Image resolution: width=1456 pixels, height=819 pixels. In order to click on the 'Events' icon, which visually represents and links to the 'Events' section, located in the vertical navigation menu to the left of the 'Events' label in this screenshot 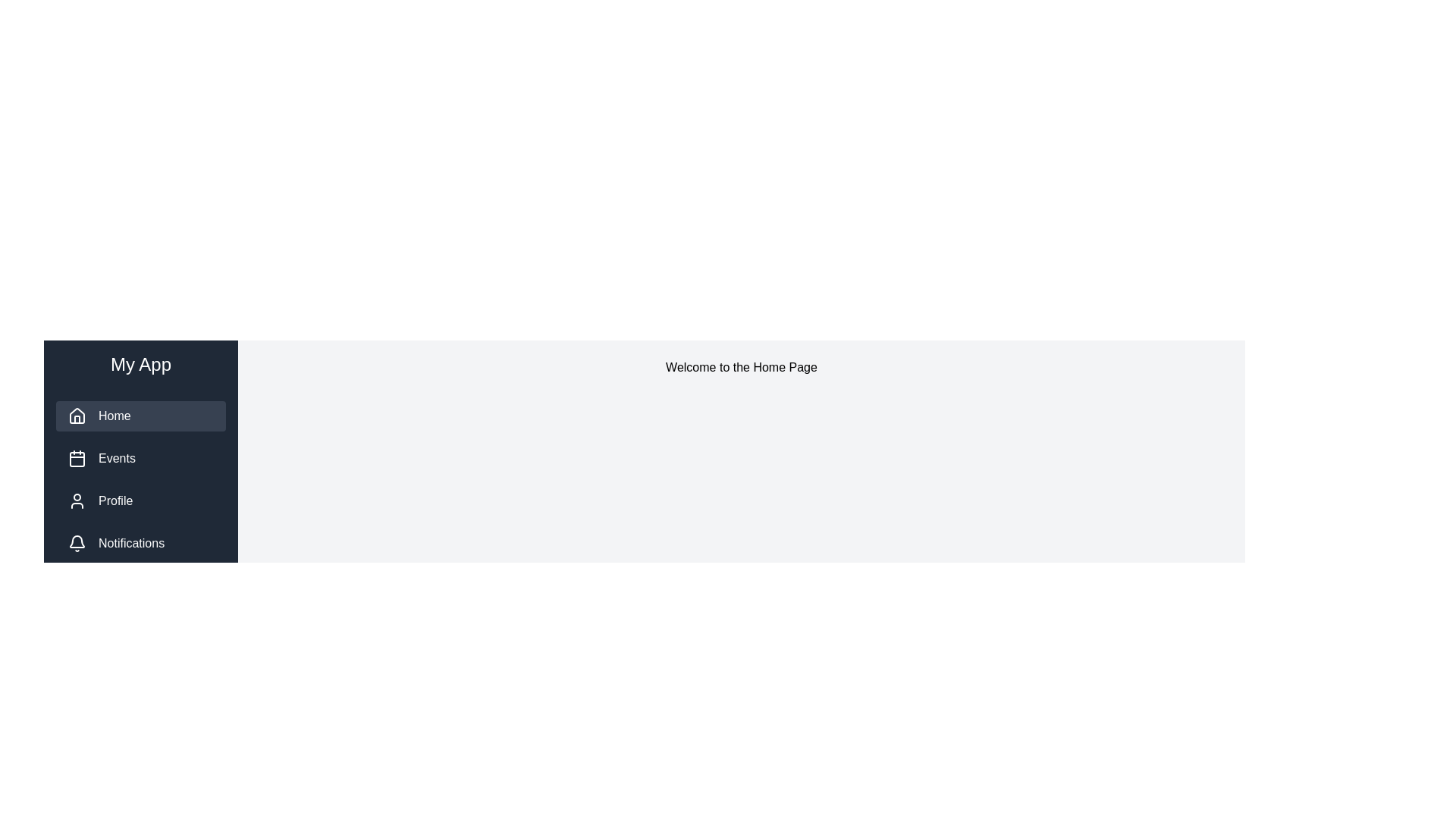, I will do `click(76, 458)`.